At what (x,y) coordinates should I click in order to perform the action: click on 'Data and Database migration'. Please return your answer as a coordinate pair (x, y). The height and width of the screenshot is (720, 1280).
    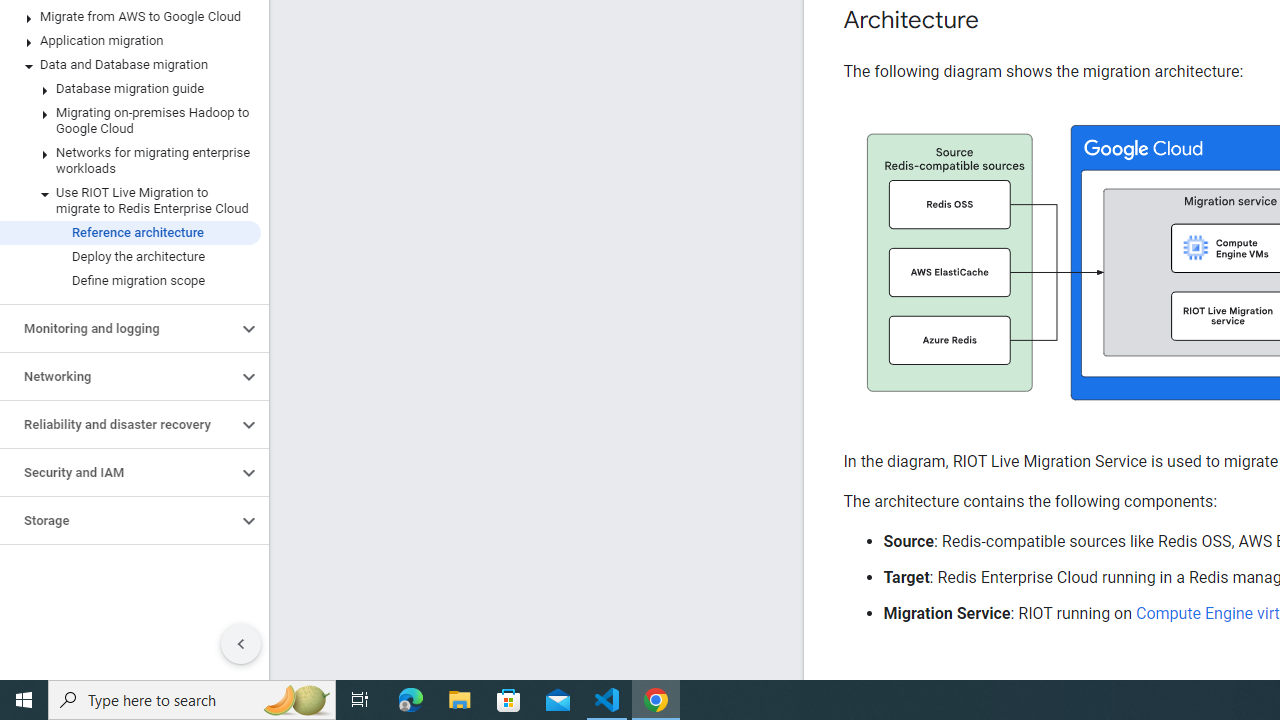
    Looking at the image, I should click on (129, 64).